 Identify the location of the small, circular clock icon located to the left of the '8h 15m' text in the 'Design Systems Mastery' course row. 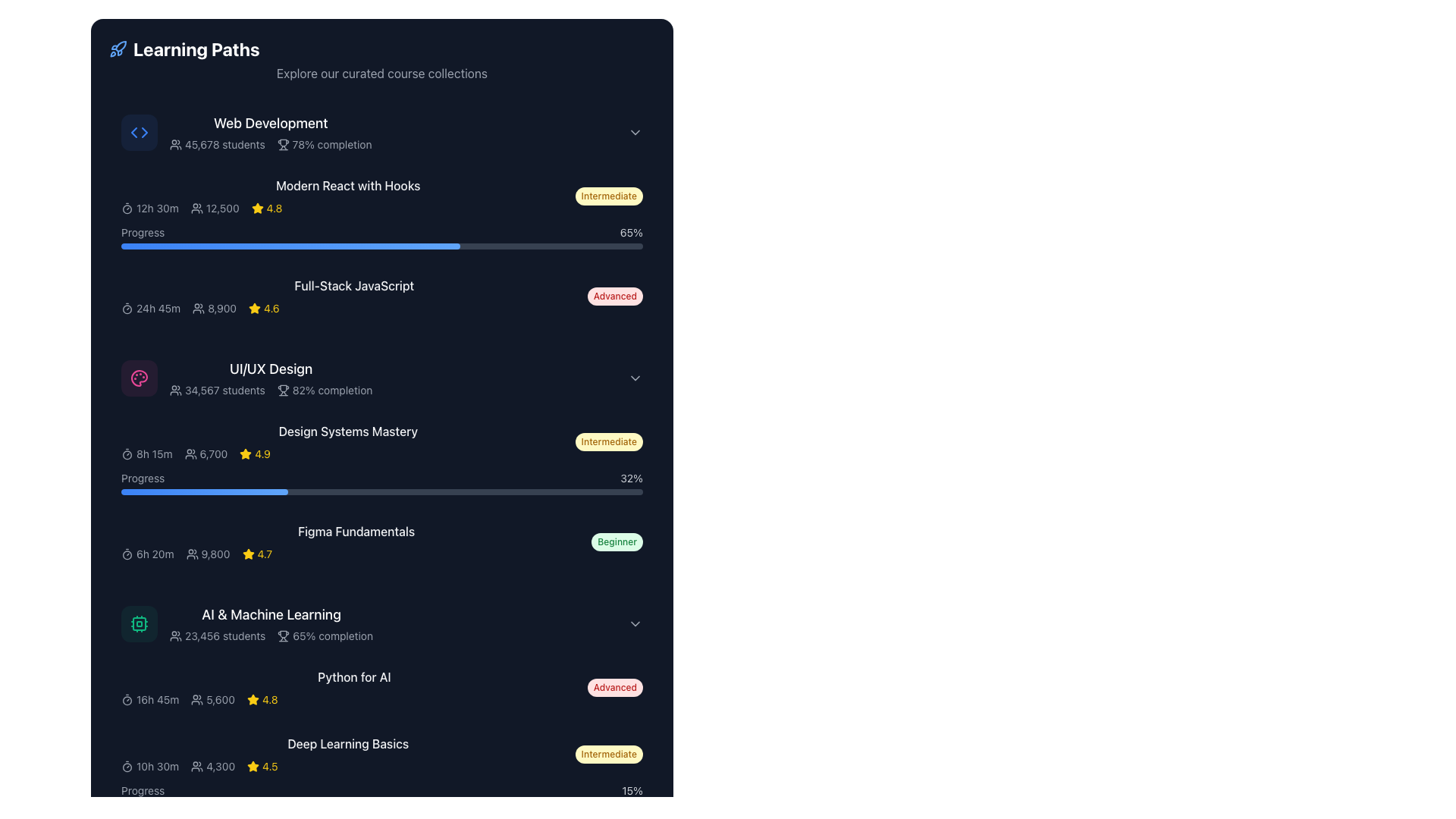
(127, 453).